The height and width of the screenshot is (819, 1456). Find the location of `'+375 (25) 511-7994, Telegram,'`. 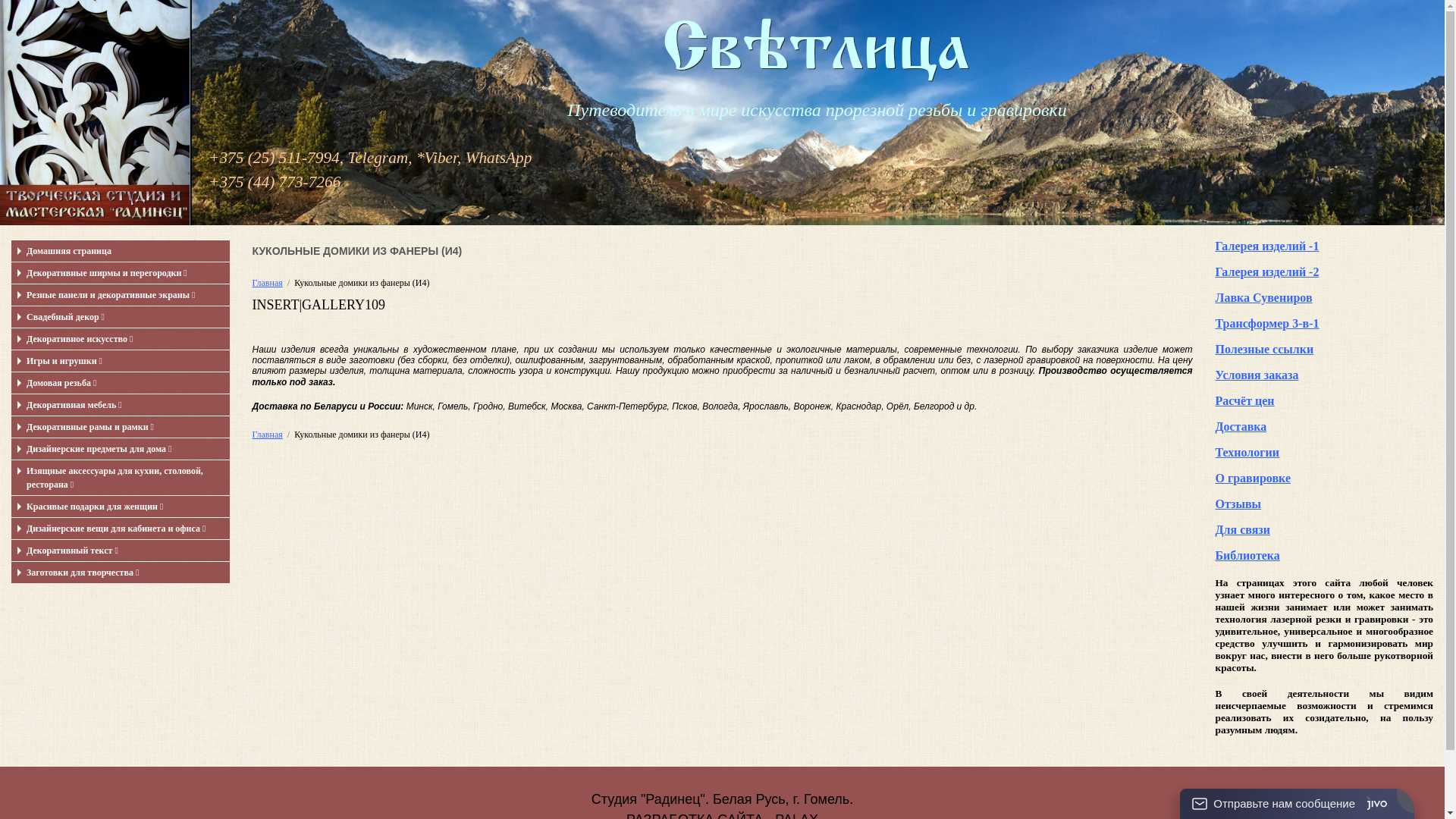

'+375 (25) 511-7994, Telegram,' is located at coordinates (309, 158).